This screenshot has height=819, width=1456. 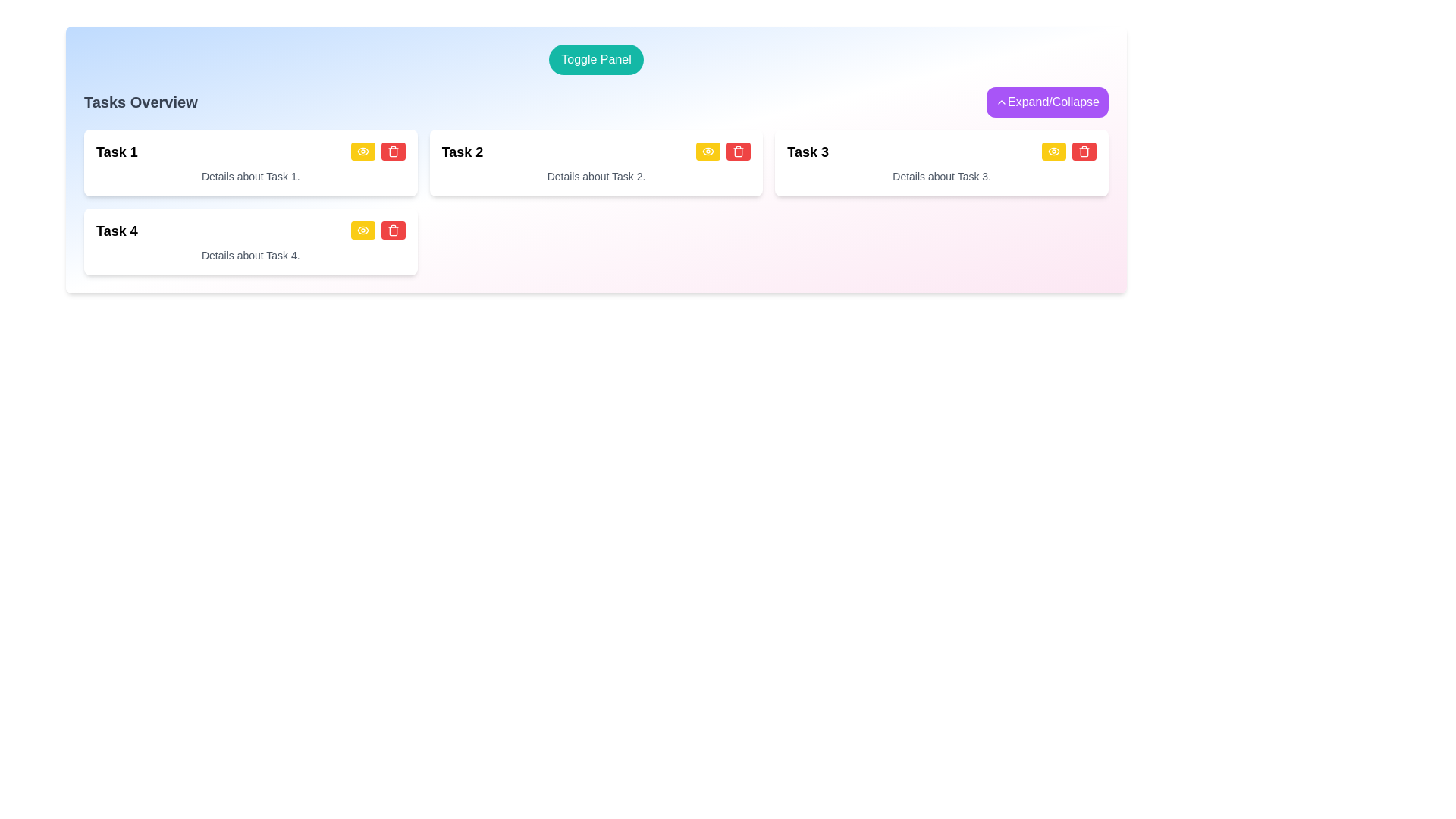 I want to click on the small triangular up arrow icon, which is styled with a thin stroke and is located within the button labeled 'Expand/Collapse' at the top-right of the interface, so click(x=1001, y=102).